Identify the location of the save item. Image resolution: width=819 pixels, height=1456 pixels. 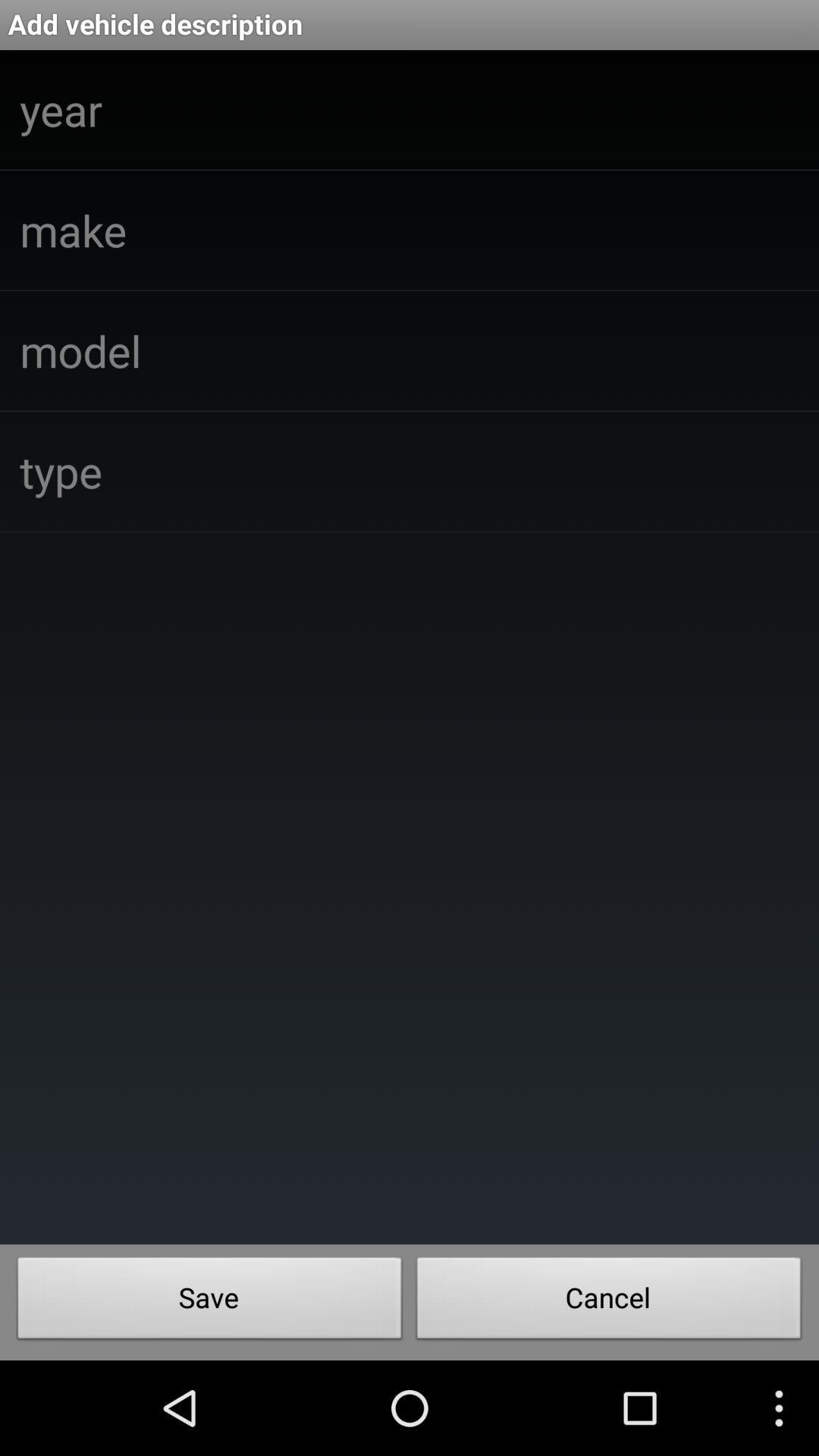
(209, 1301).